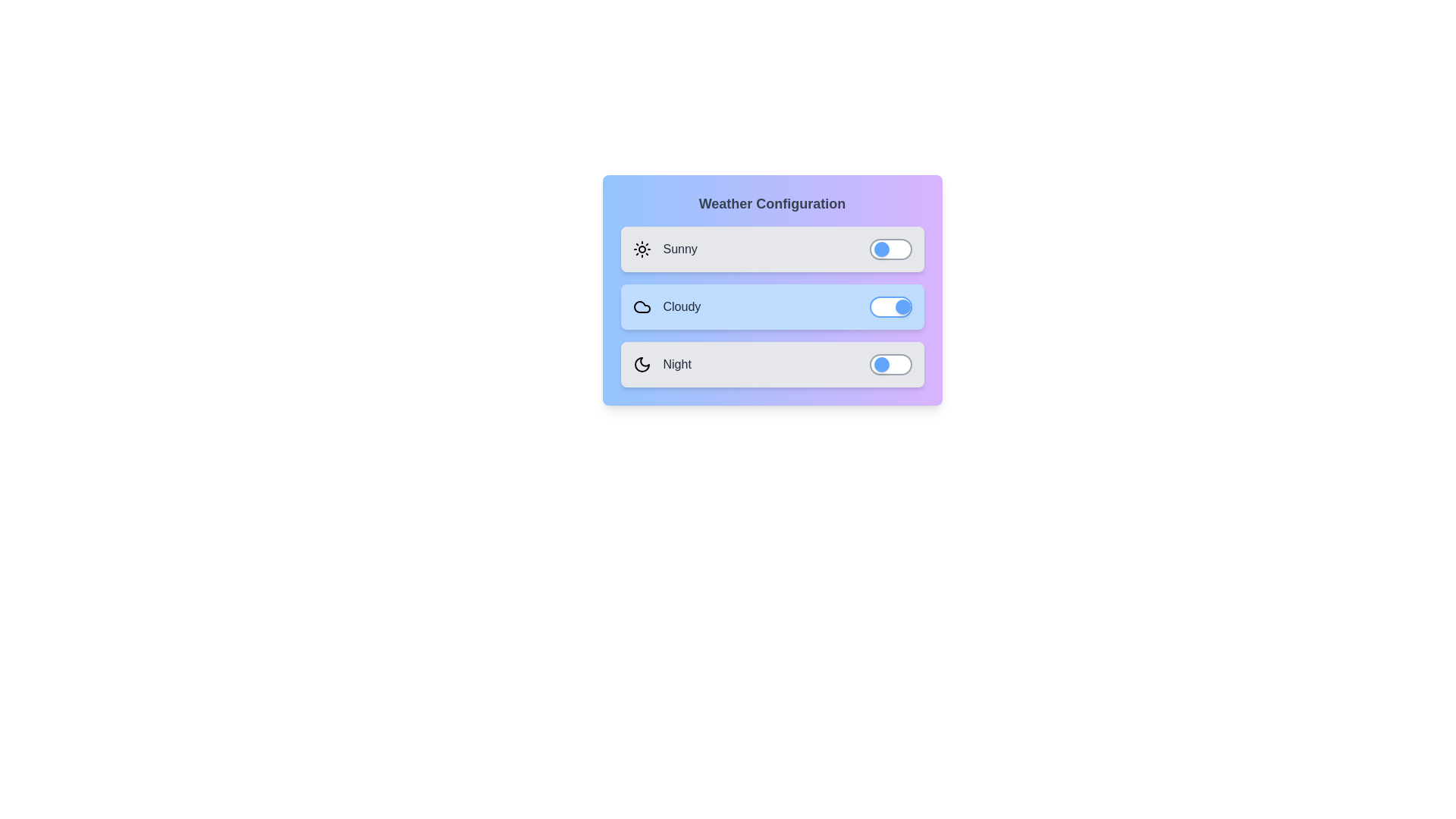 Image resolution: width=1456 pixels, height=819 pixels. What do you see at coordinates (772, 203) in the screenshot?
I see `the 'Weather Configuration' title to focus on it` at bounding box center [772, 203].